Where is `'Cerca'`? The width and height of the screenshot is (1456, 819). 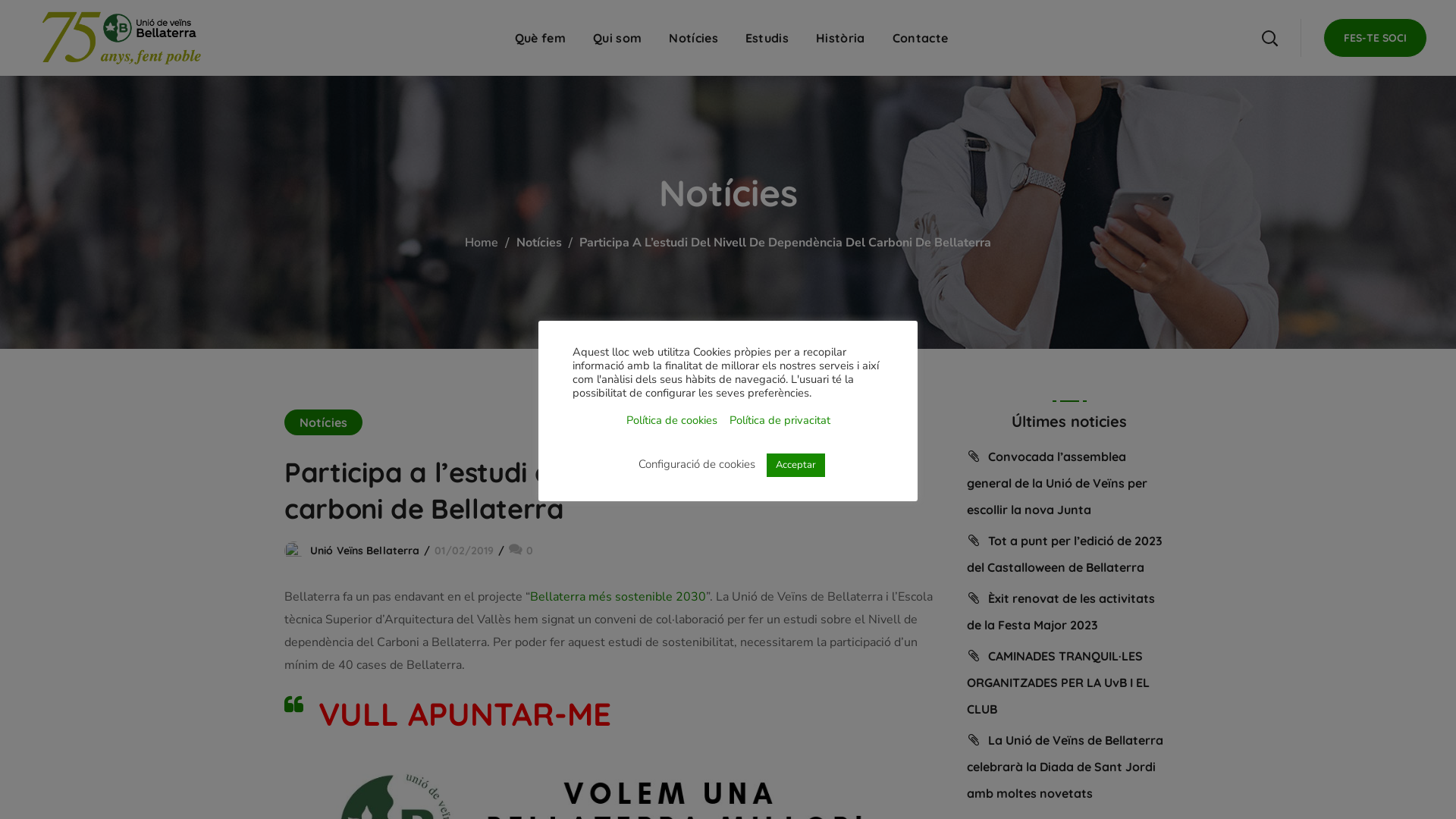 'Cerca' is located at coordinates (1230, 37).